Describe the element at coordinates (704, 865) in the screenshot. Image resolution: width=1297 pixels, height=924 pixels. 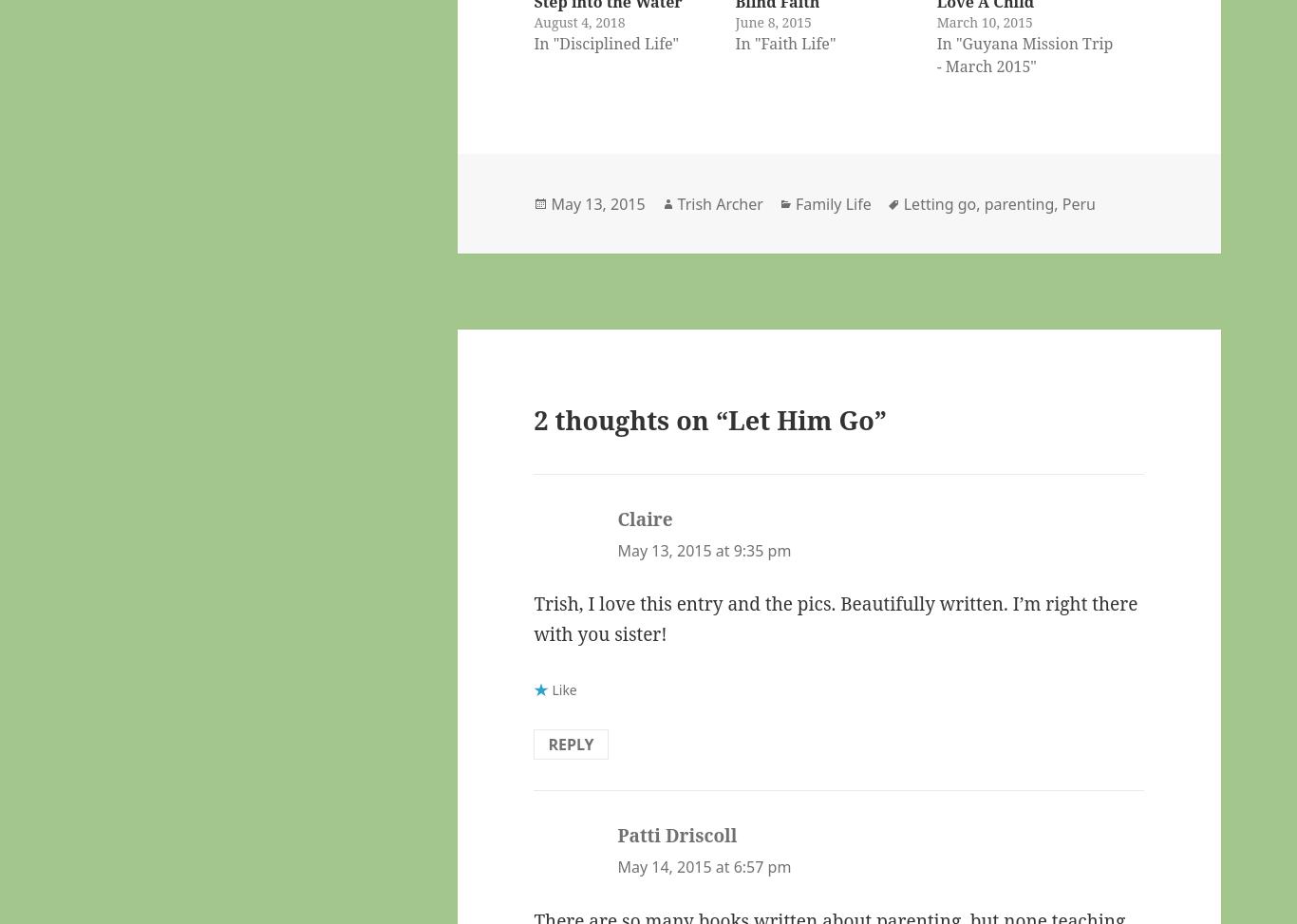
I see `'May 14, 2015 at 6:57 pm'` at that location.